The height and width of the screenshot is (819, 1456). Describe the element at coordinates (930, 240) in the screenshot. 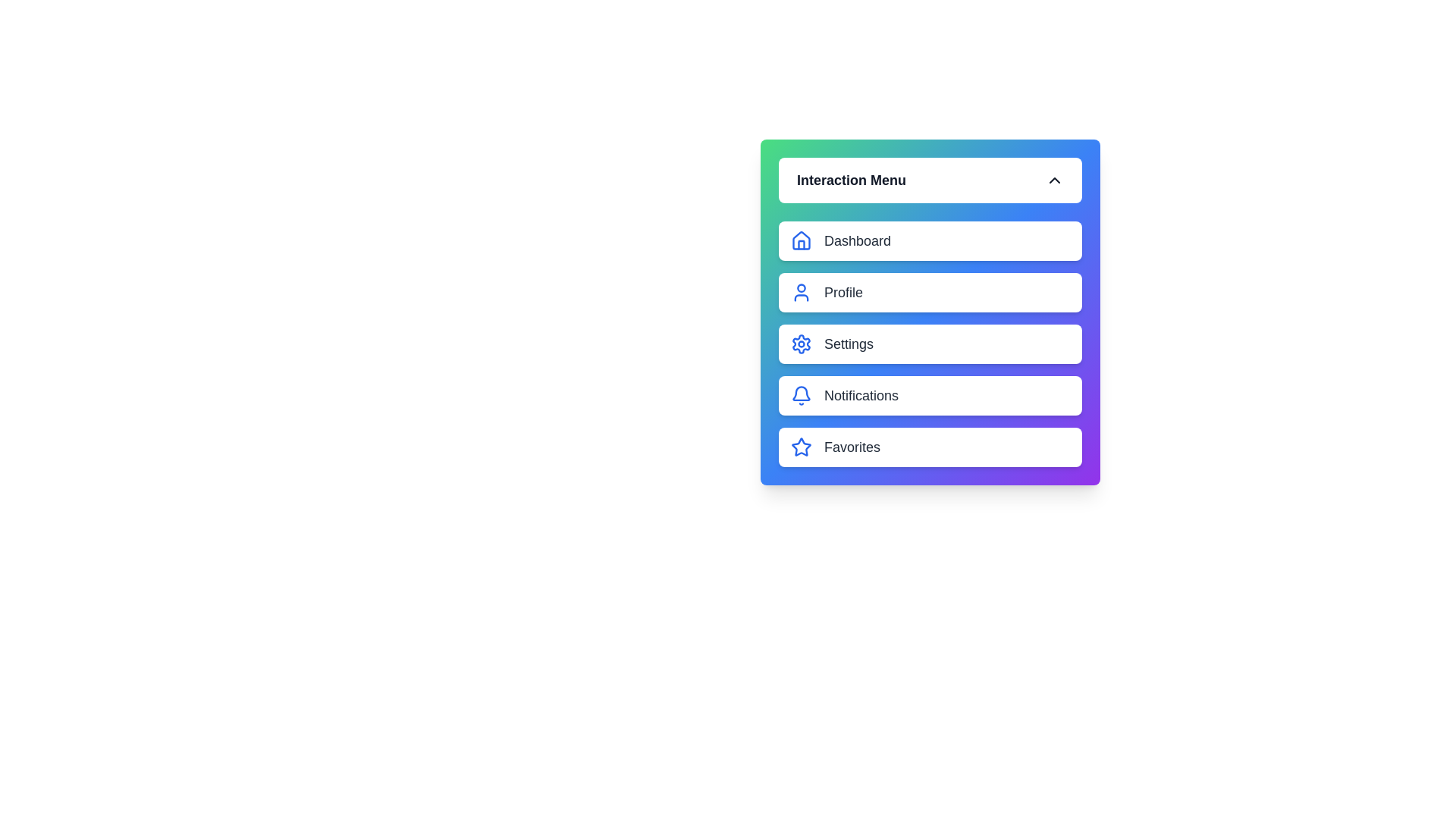

I see `the menu item Dashboard` at that location.